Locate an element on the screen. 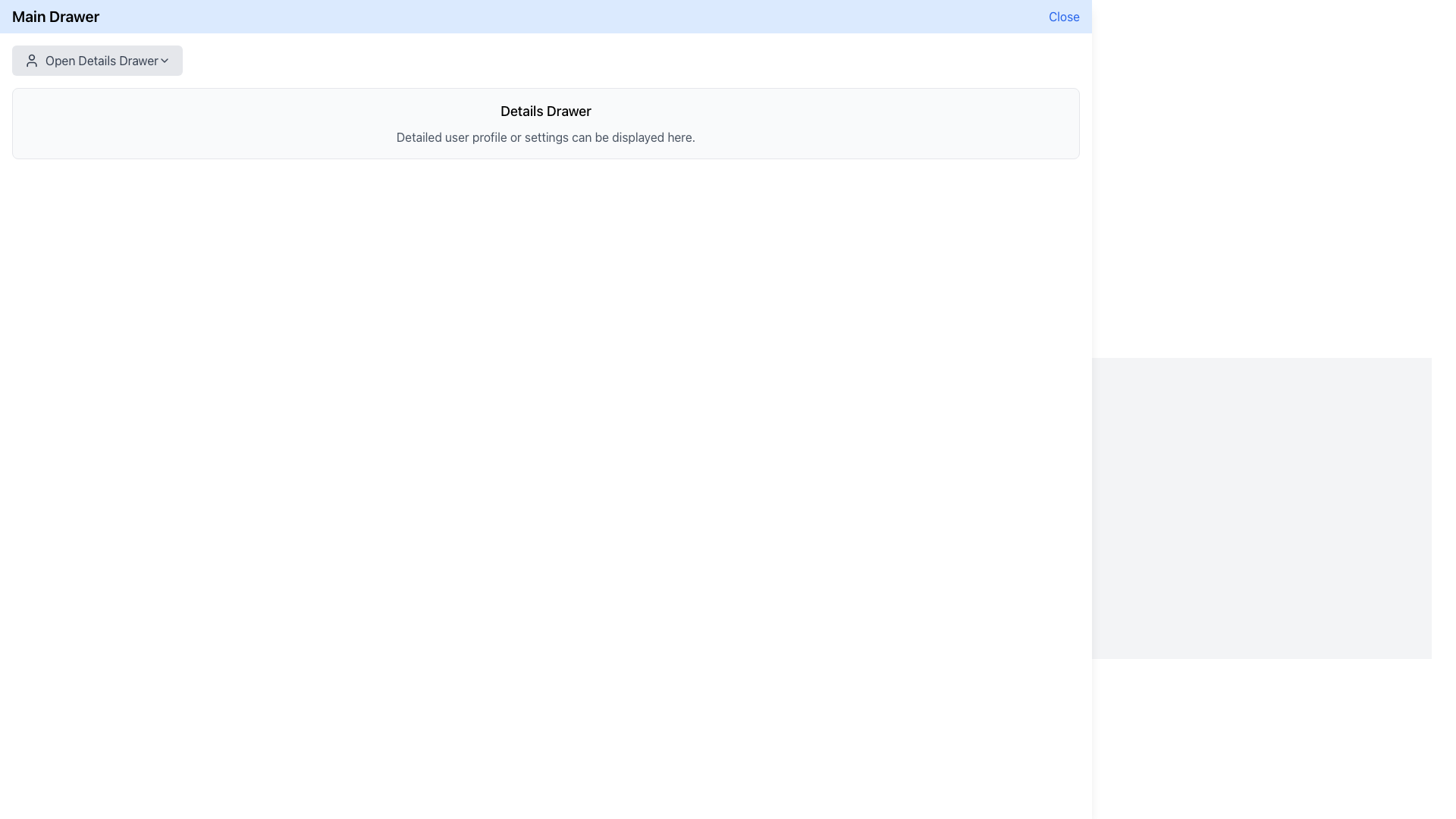 This screenshot has height=819, width=1456. the 'Close' button located in the upper-right corner of the blue-shaded title bar is located at coordinates (1063, 17).